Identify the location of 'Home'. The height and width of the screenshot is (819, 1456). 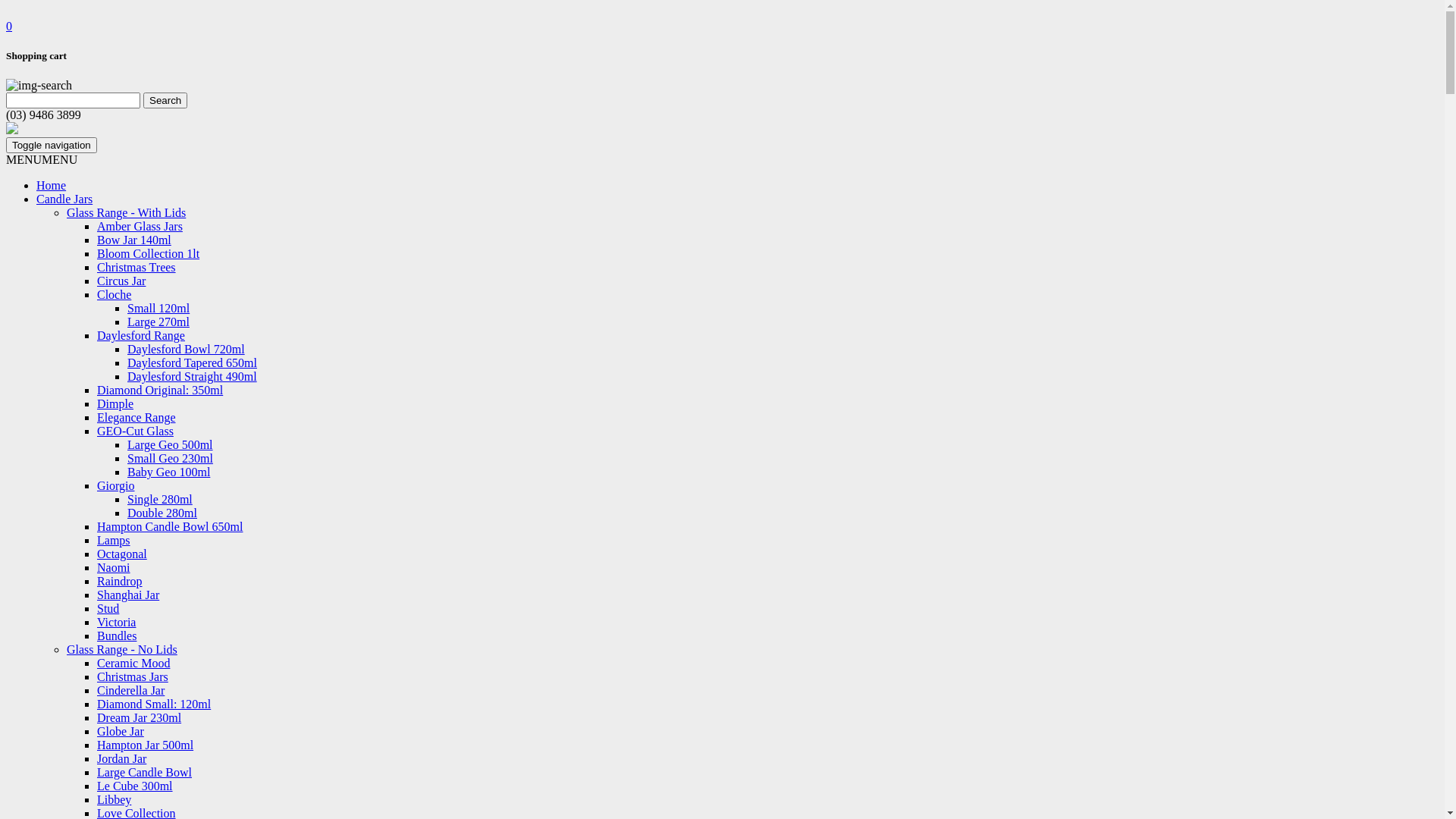
(51, 184).